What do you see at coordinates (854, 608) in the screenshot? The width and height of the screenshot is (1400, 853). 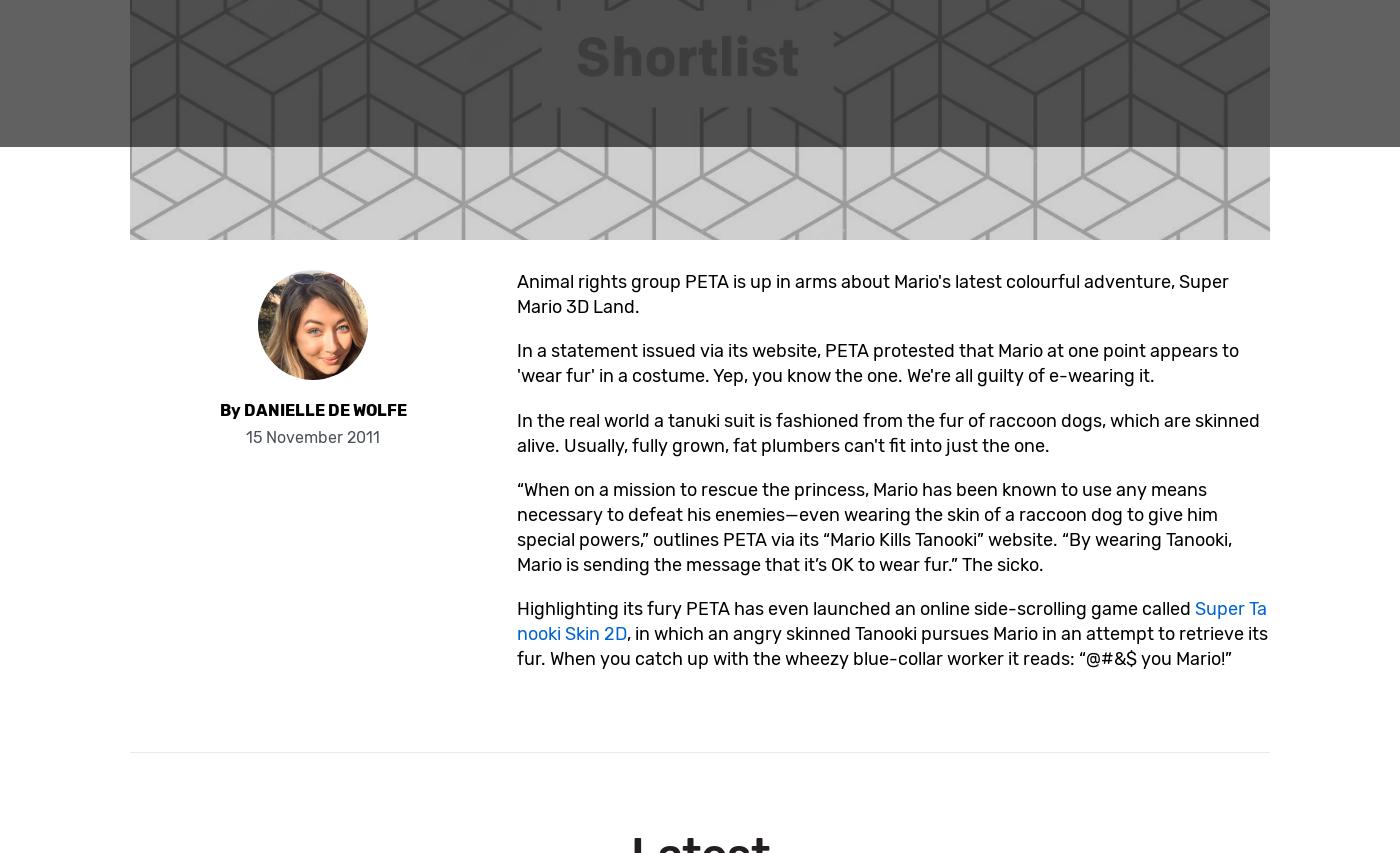 I see `'Highlighting its fury PETA has even launched an online side-scrolling game called'` at bounding box center [854, 608].